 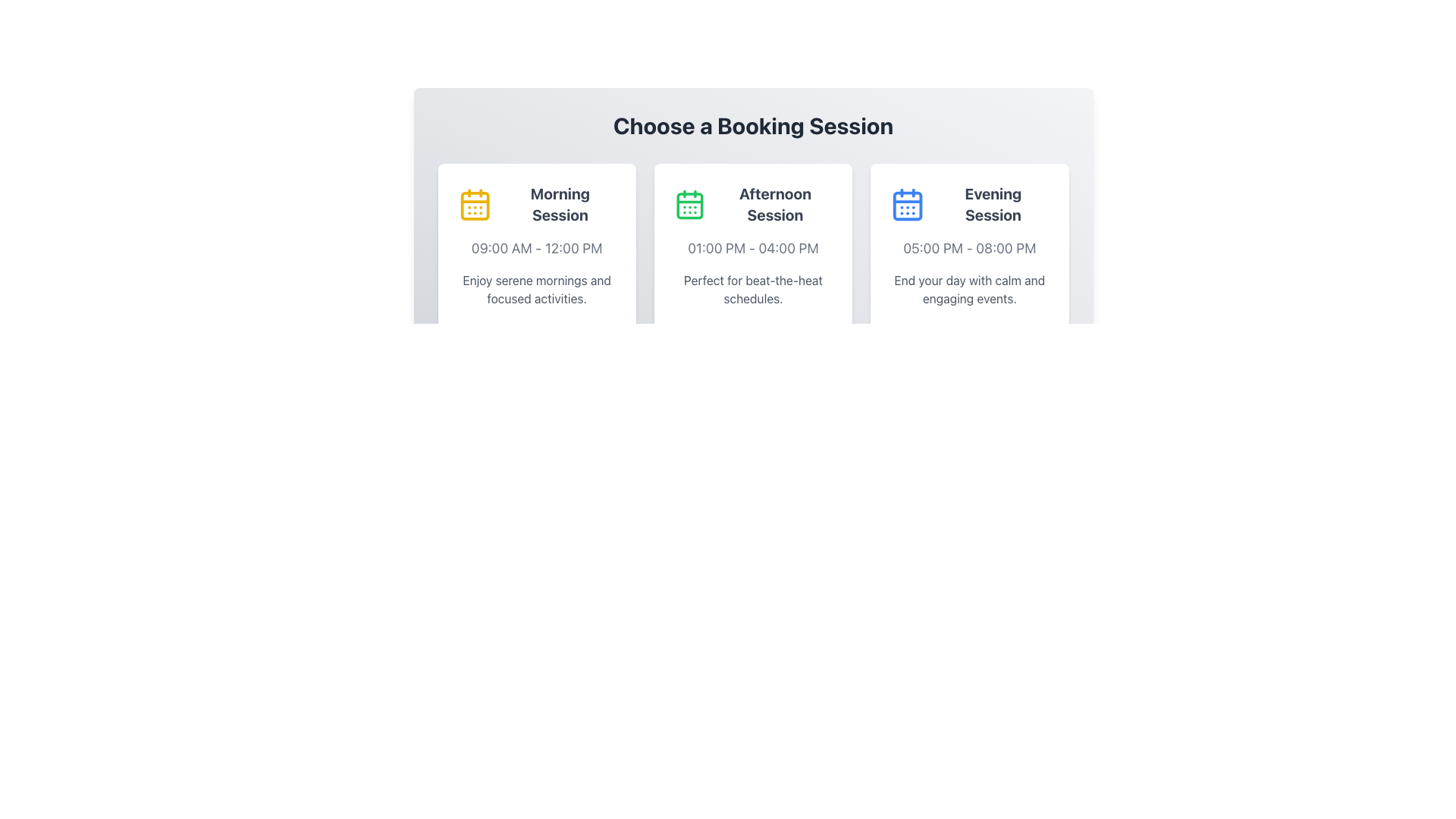 I want to click on text displayed in the gray font on the Text label that shows '09:00 AM - 12:00 PM', located centrally in the first booking session card under the 'Morning Session' heading, so click(x=537, y=247).